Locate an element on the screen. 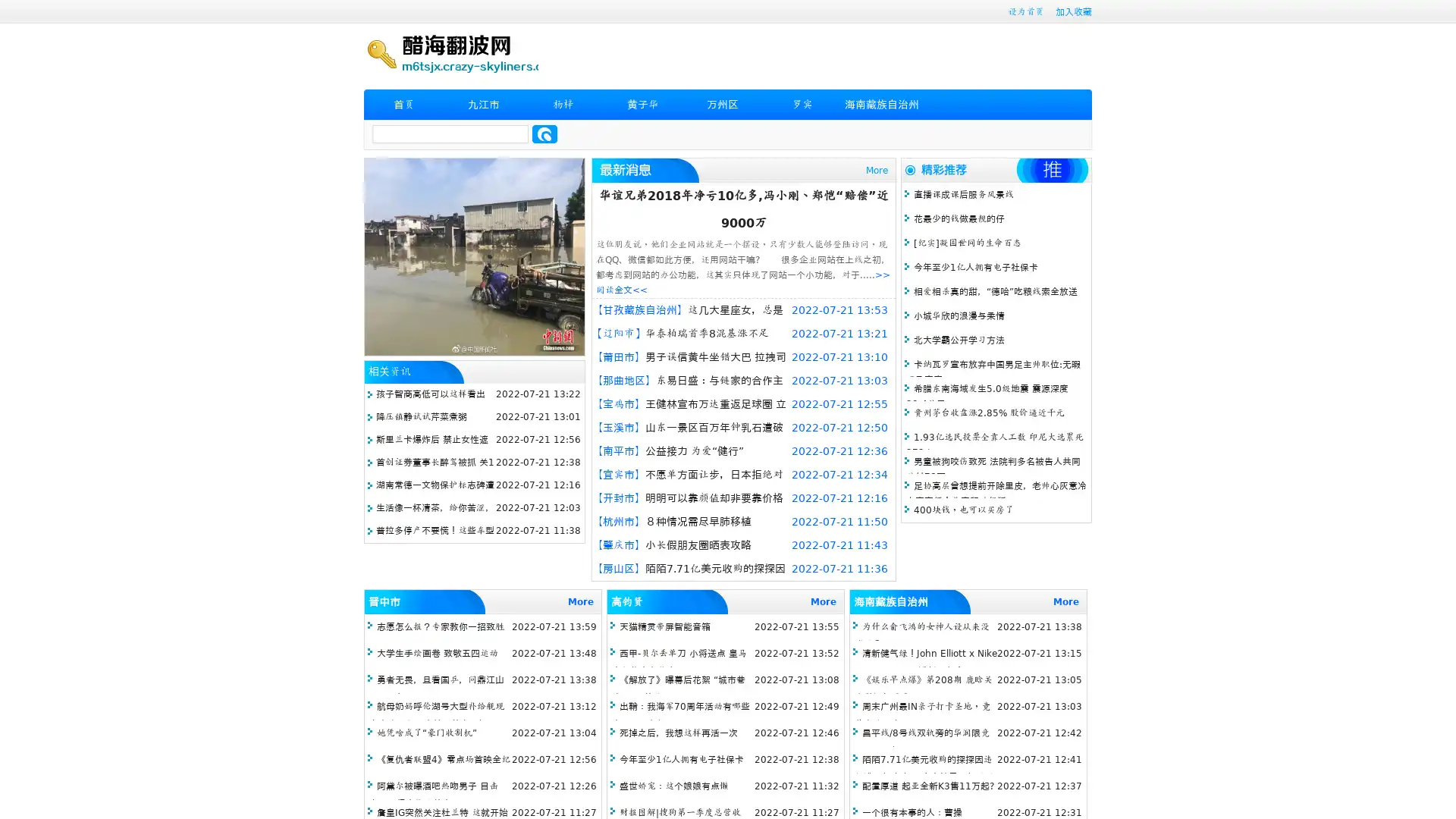 The width and height of the screenshot is (1456, 819). Search is located at coordinates (544, 133).